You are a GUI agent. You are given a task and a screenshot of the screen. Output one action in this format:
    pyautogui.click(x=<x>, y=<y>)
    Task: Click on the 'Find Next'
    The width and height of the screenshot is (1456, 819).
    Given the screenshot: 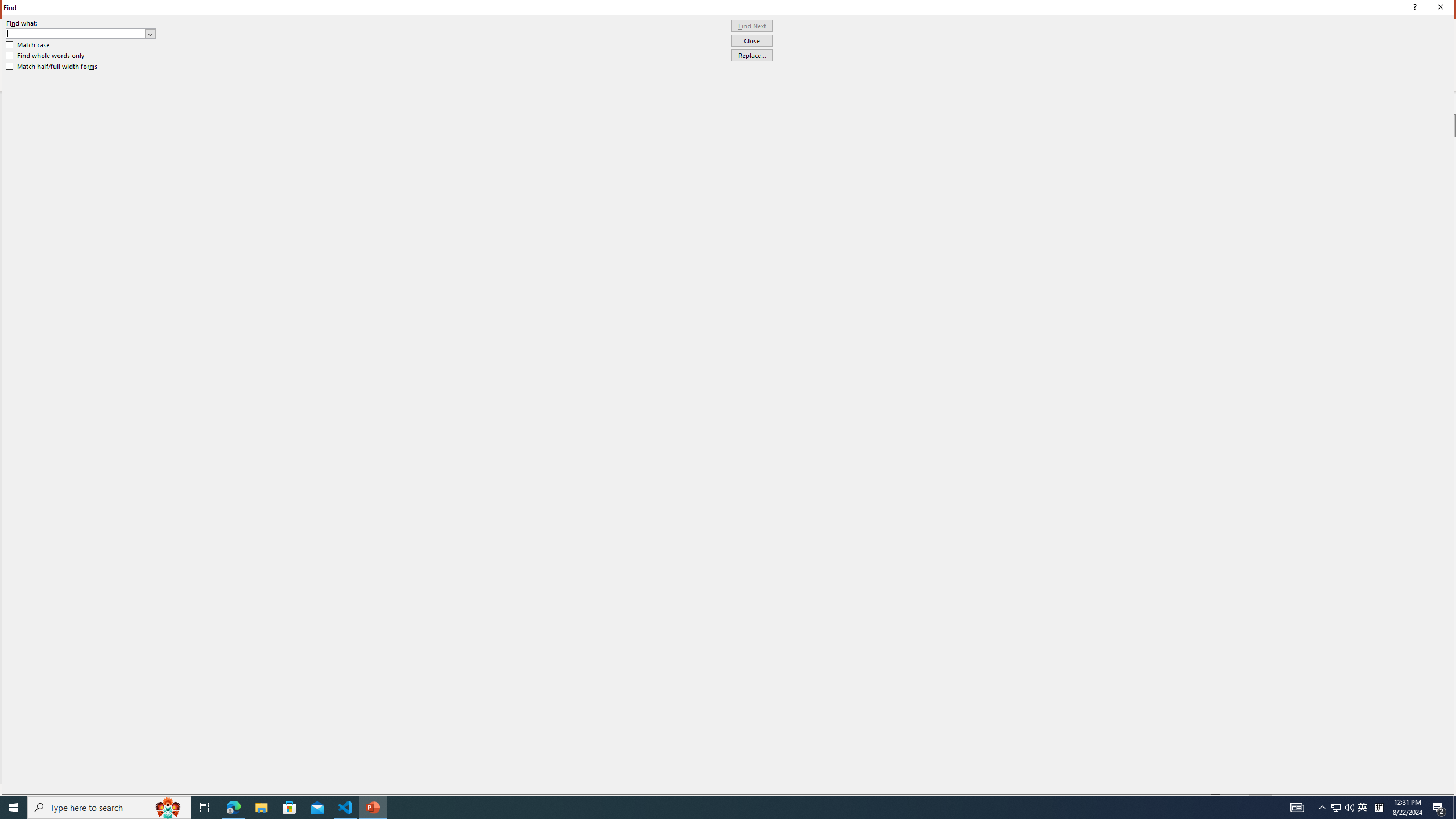 What is the action you would take?
    pyautogui.click(x=751, y=26)
    